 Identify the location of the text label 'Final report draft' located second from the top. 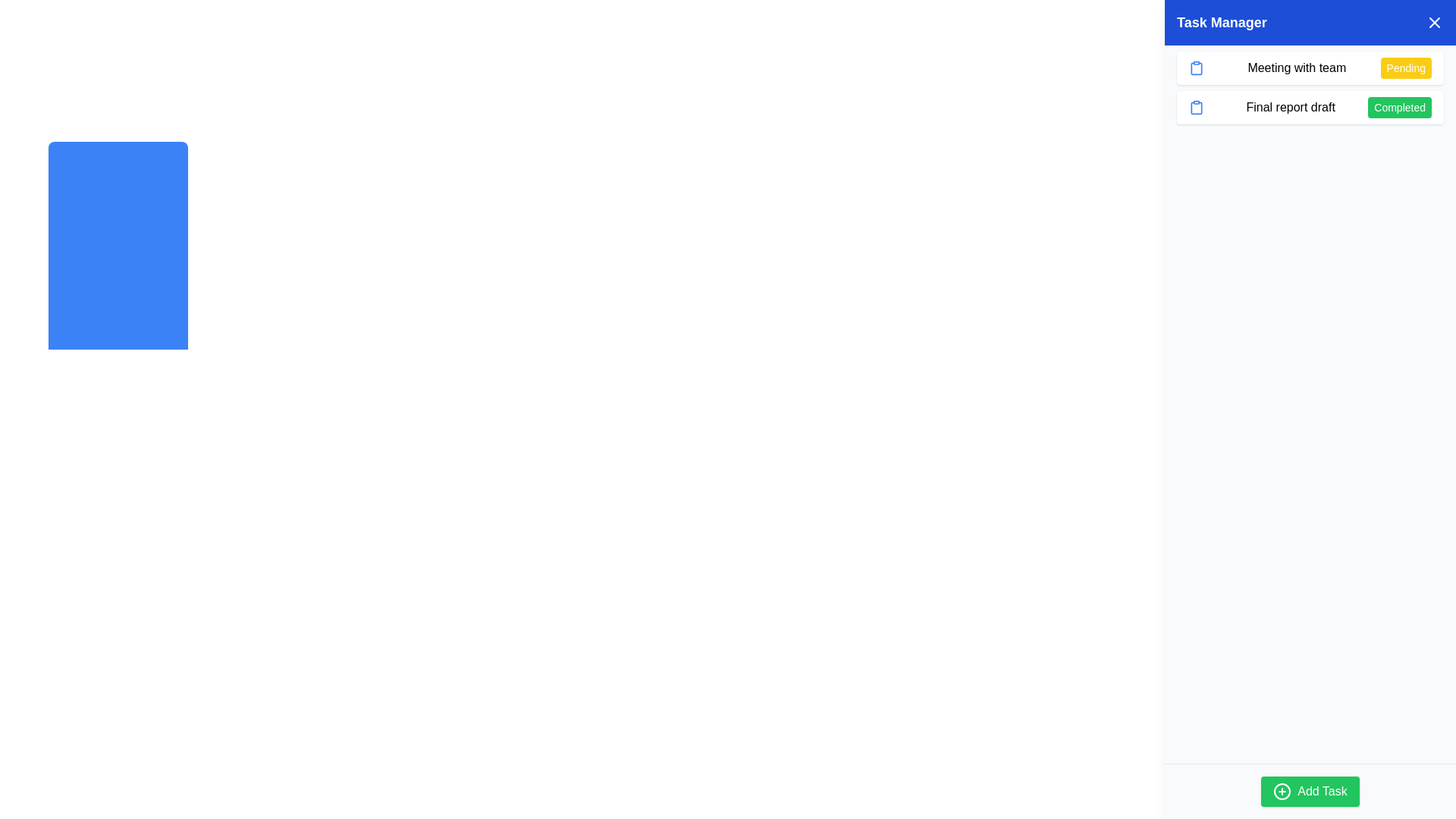
(1290, 107).